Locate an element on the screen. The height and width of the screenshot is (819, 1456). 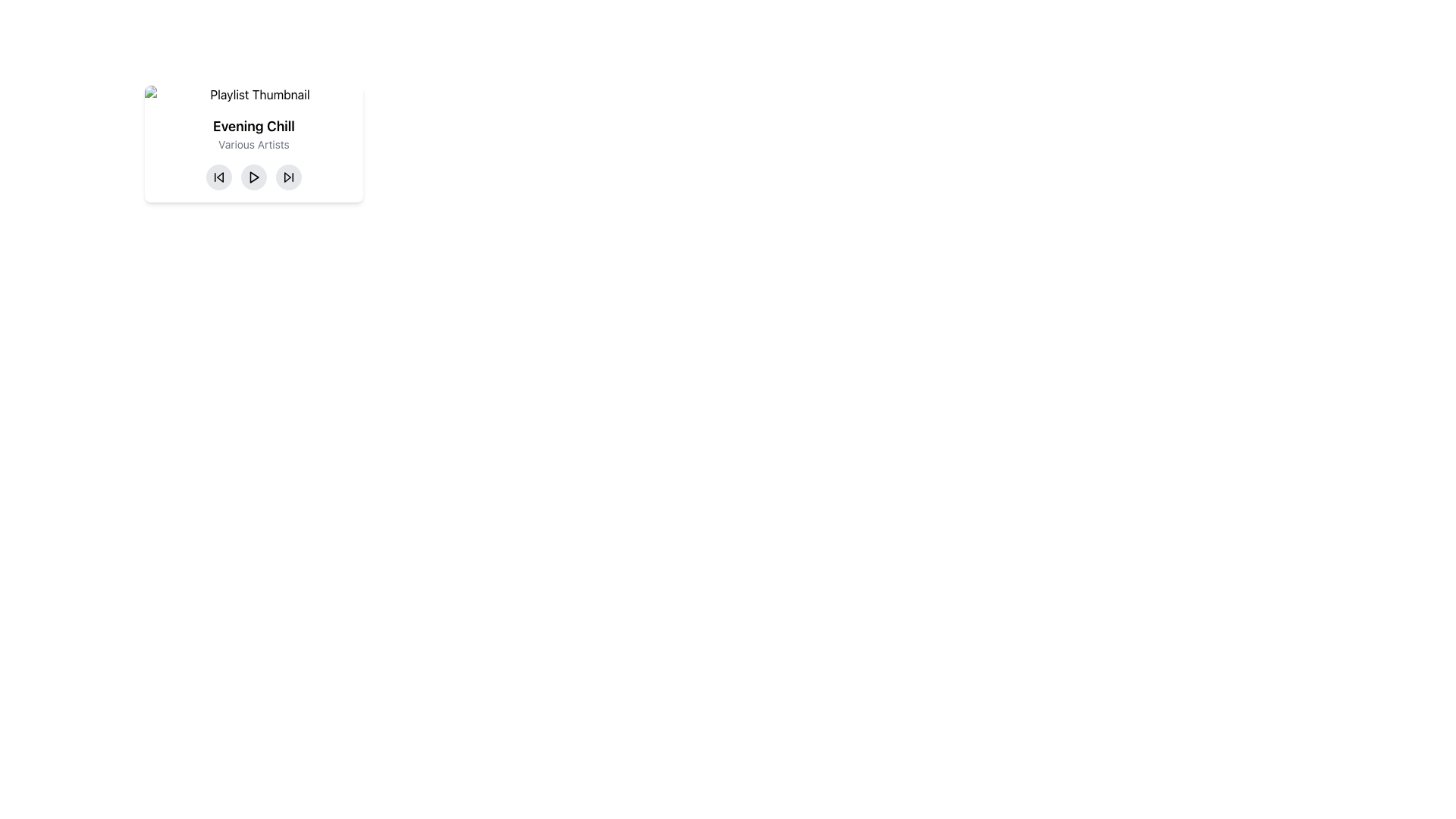
the forward-skip icon inside the circular button, which is the third button from the left in the media control row is located at coordinates (288, 177).